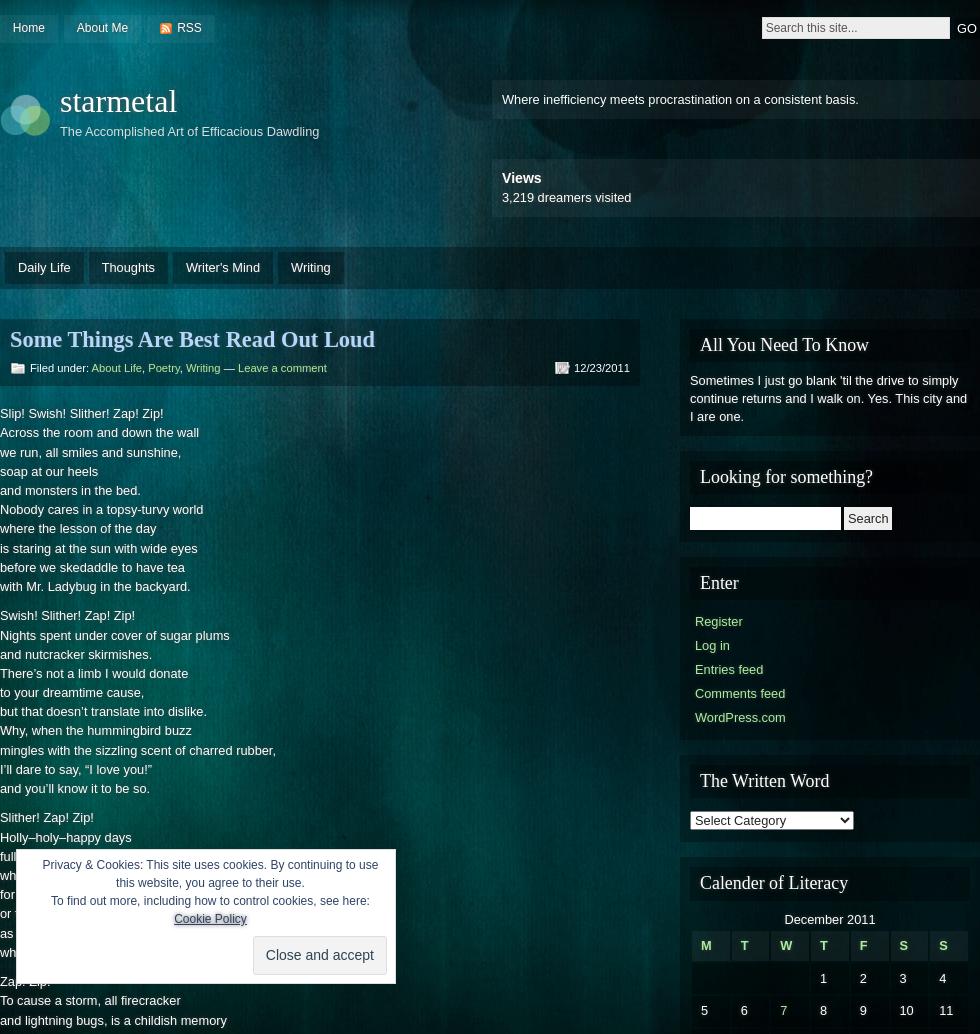  Describe the element at coordinates (729, 669) in the screenshot. I see `'Entries feed'` at that location.